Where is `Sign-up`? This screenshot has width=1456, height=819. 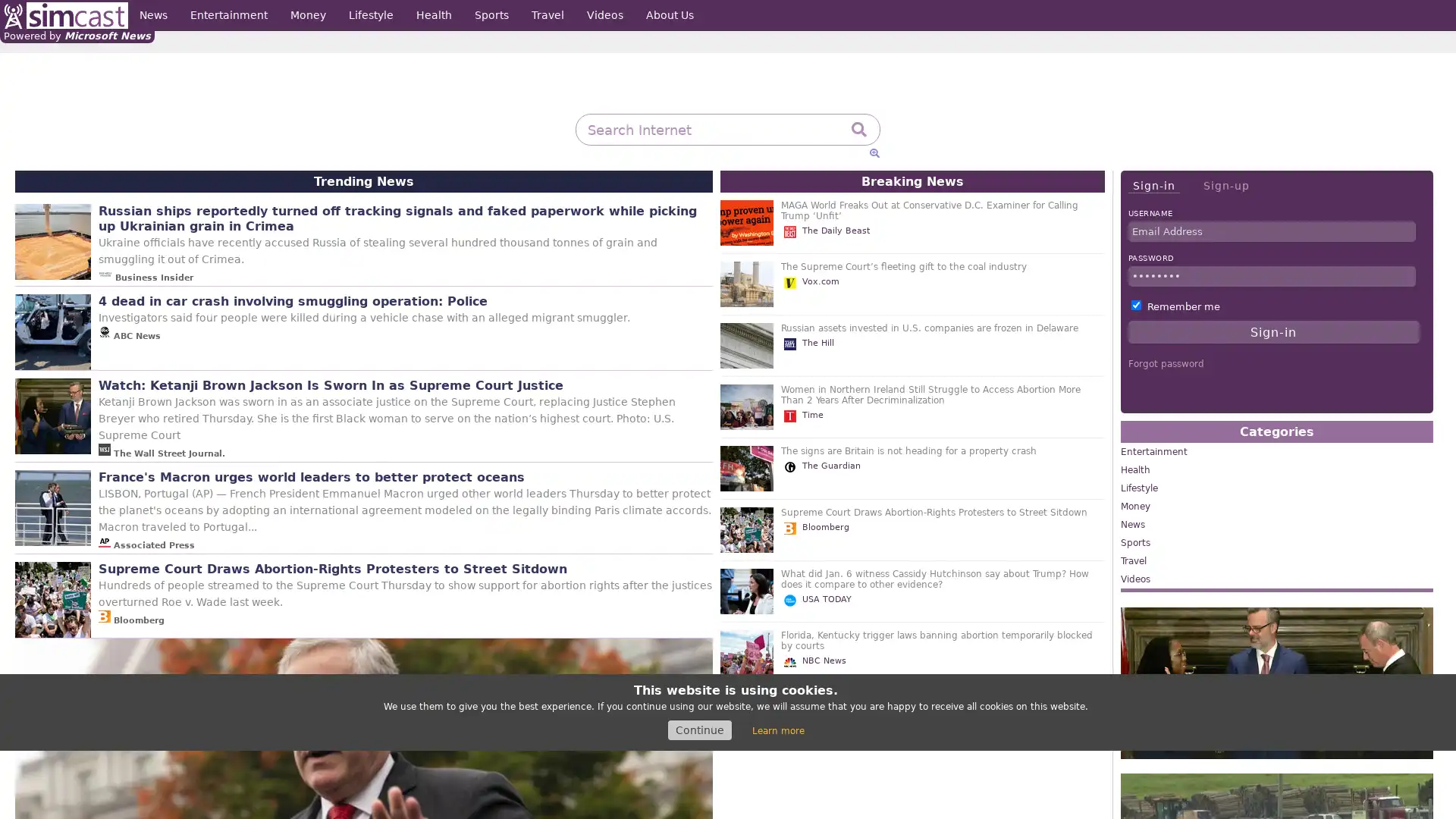 Sign-up is located at coordinates (1225, 185).